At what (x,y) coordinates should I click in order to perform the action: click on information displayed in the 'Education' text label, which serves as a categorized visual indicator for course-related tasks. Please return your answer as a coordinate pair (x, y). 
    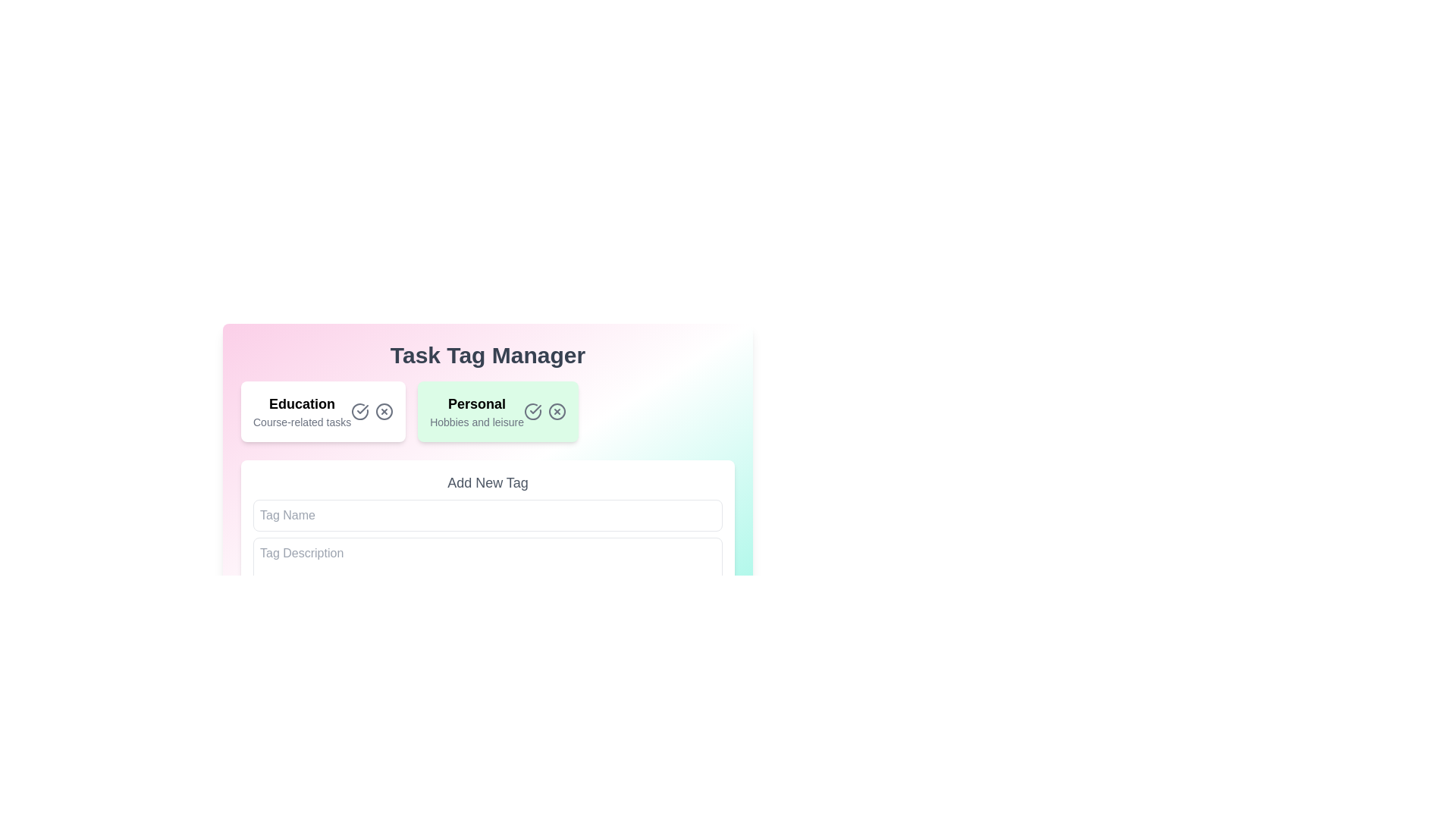
    Looking at the image, I should click on (302, 412).